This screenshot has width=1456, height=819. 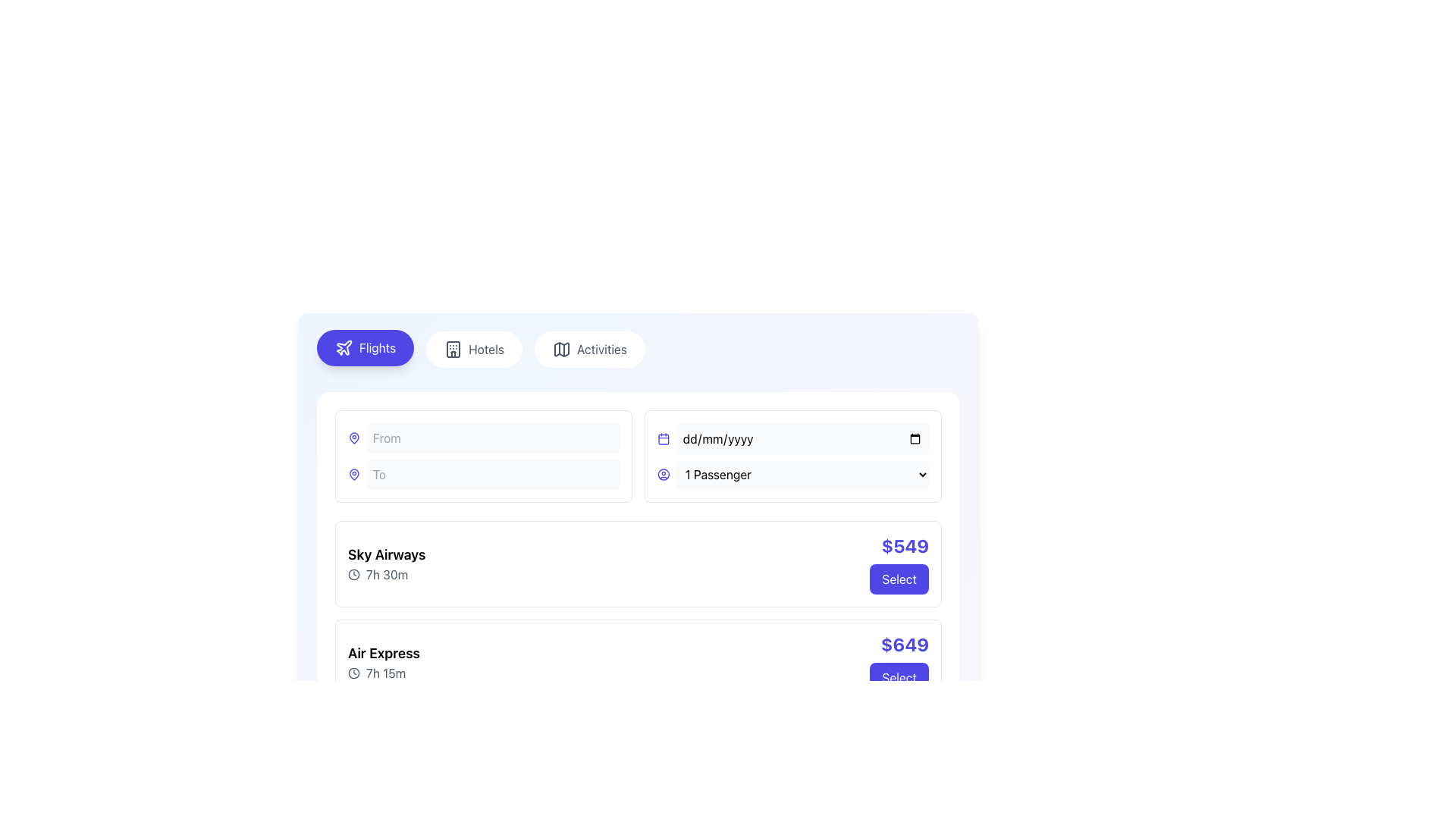 What do you see at coordinates (662, 470) in the screenshot?
I see `the 'Activities' icon in the navigation bar` at bounding box center [662, 470].